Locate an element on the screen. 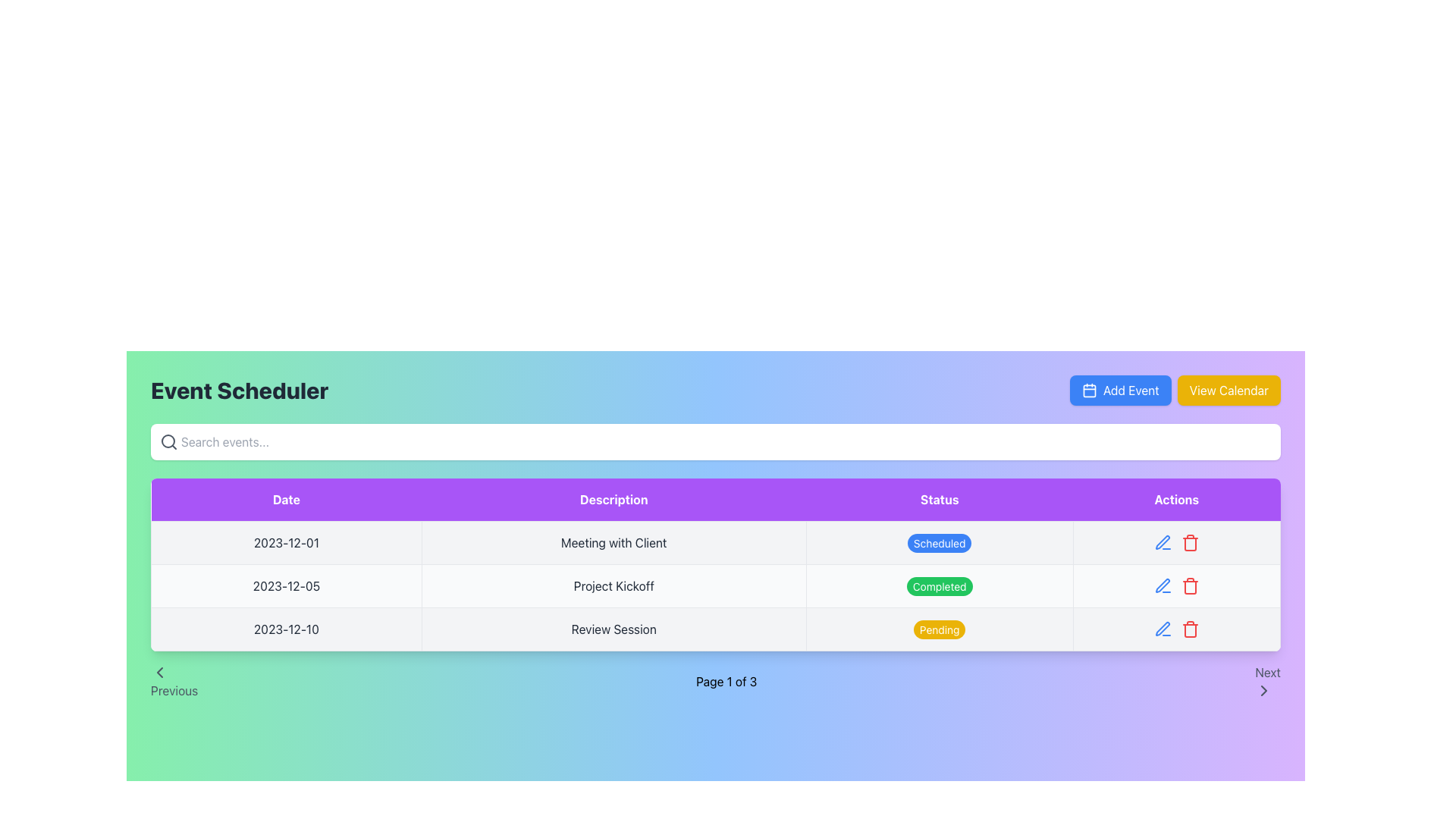 The height and width of the screenshot is (819, 1456). the status label indicating that an event is scheduled, located in the 'Status' column of the first row in the data table, centrally aligned within its cell is located at coordinates (939, 542).